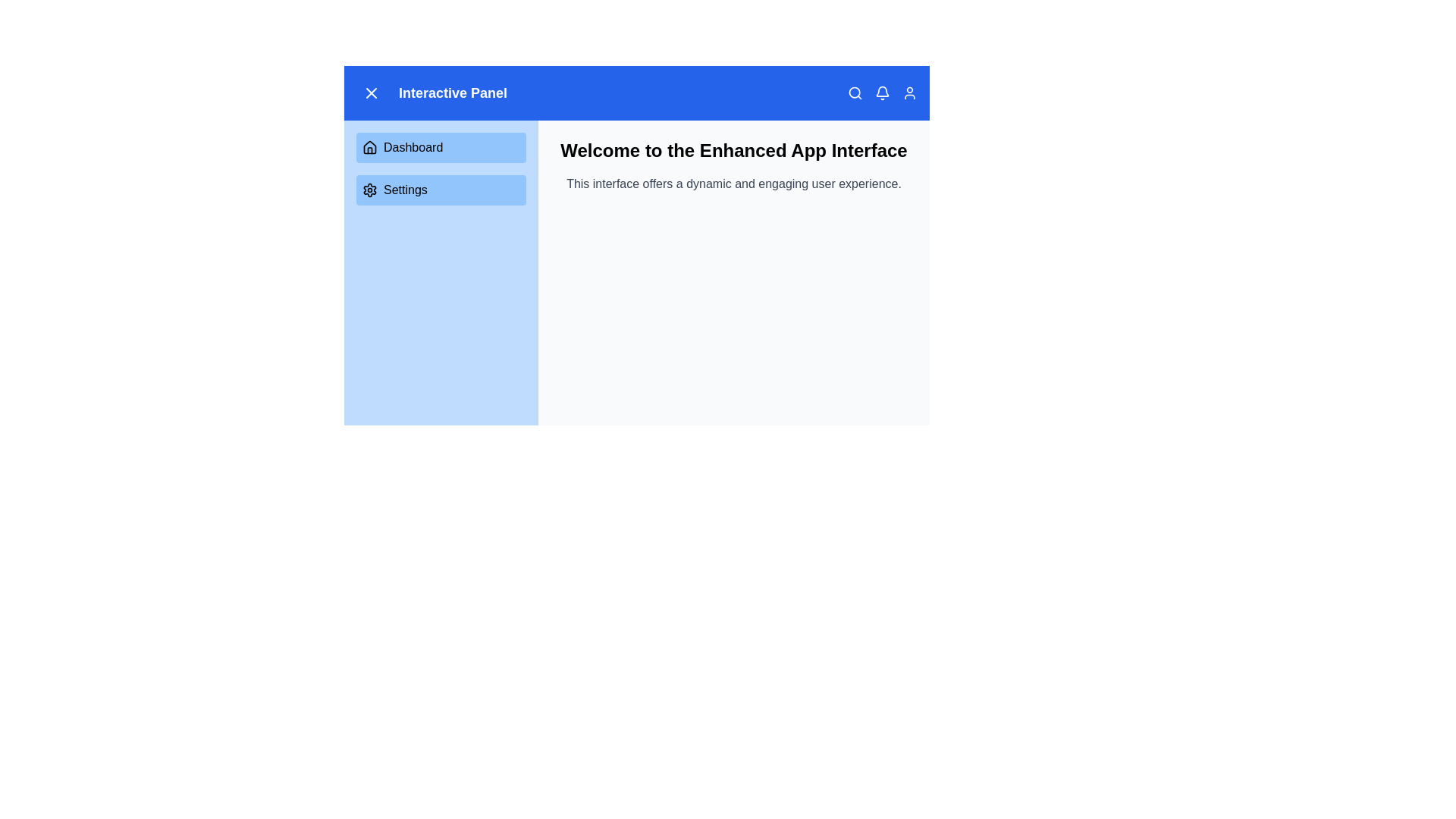 The width and height of the screenshot is (1456, 819). I want to click on the search button located at the top right corner of the application interface to change its color, so click(855, 93).